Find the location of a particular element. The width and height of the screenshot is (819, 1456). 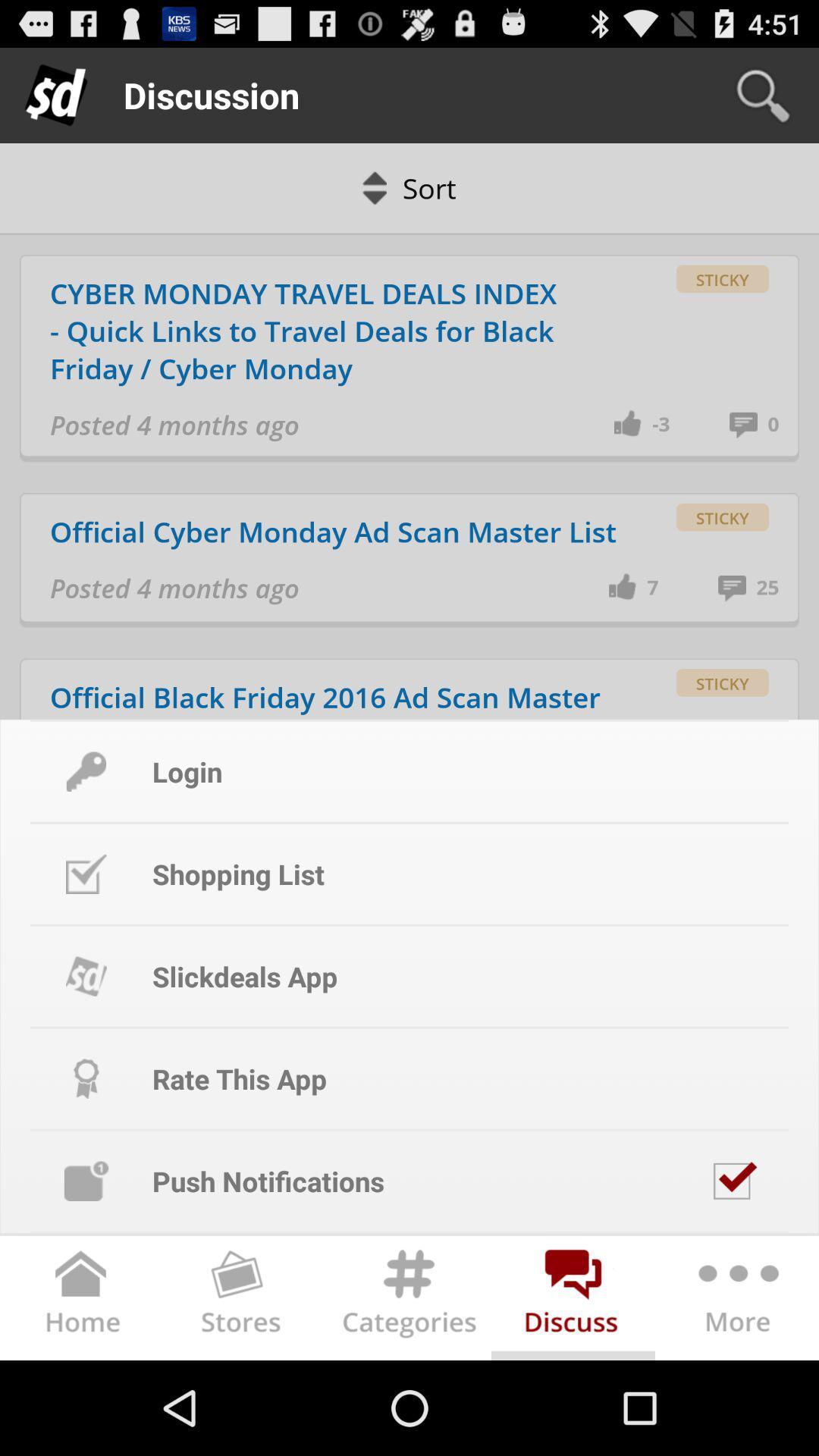

the more icon is located at coordinates (736, 1392).